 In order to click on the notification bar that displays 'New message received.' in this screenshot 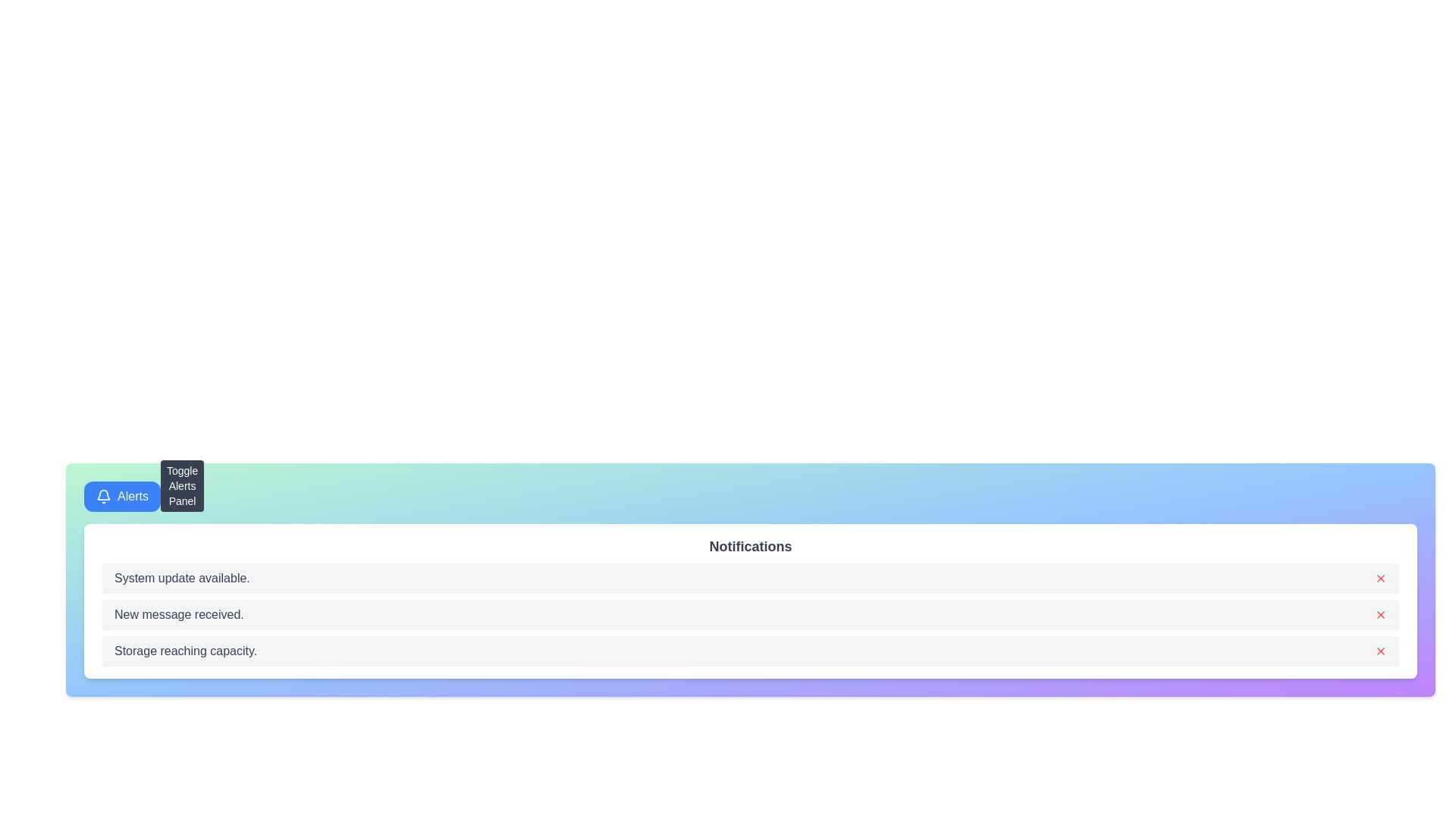, I will do `click(750, 614)`.